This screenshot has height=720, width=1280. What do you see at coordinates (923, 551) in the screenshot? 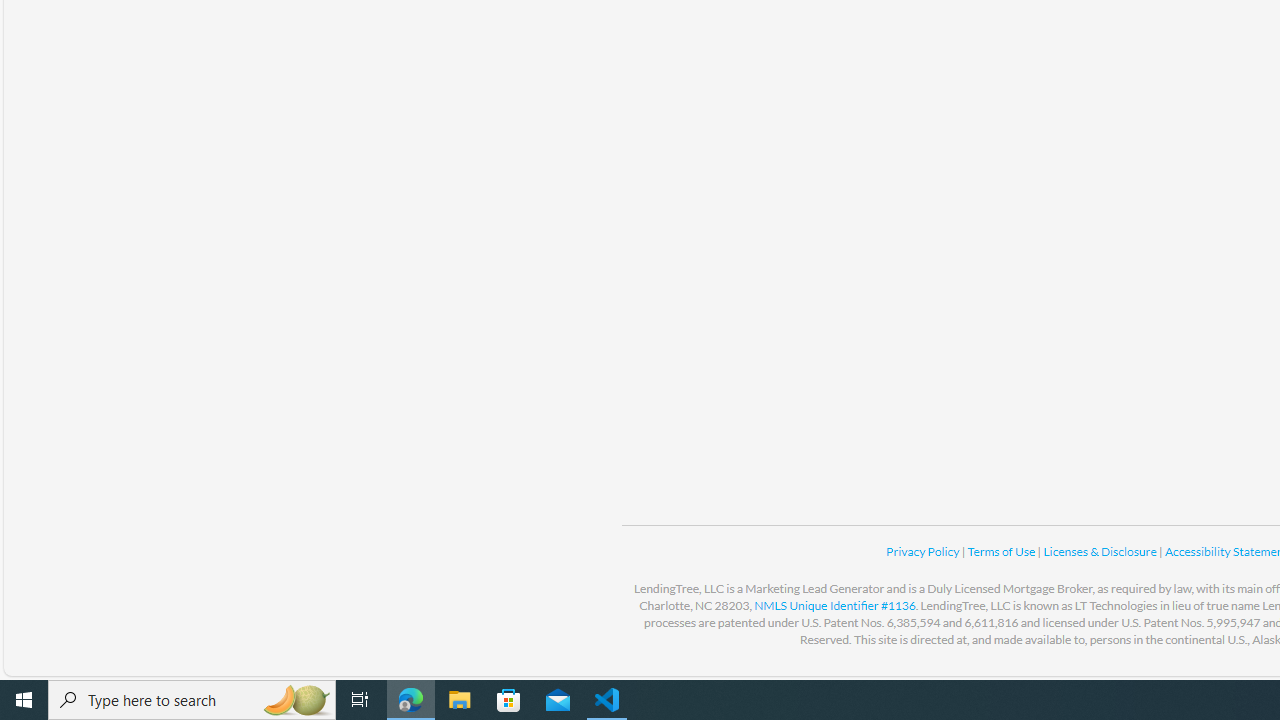
I see `'Privacy Policy '` at bounding box center [923, 551].